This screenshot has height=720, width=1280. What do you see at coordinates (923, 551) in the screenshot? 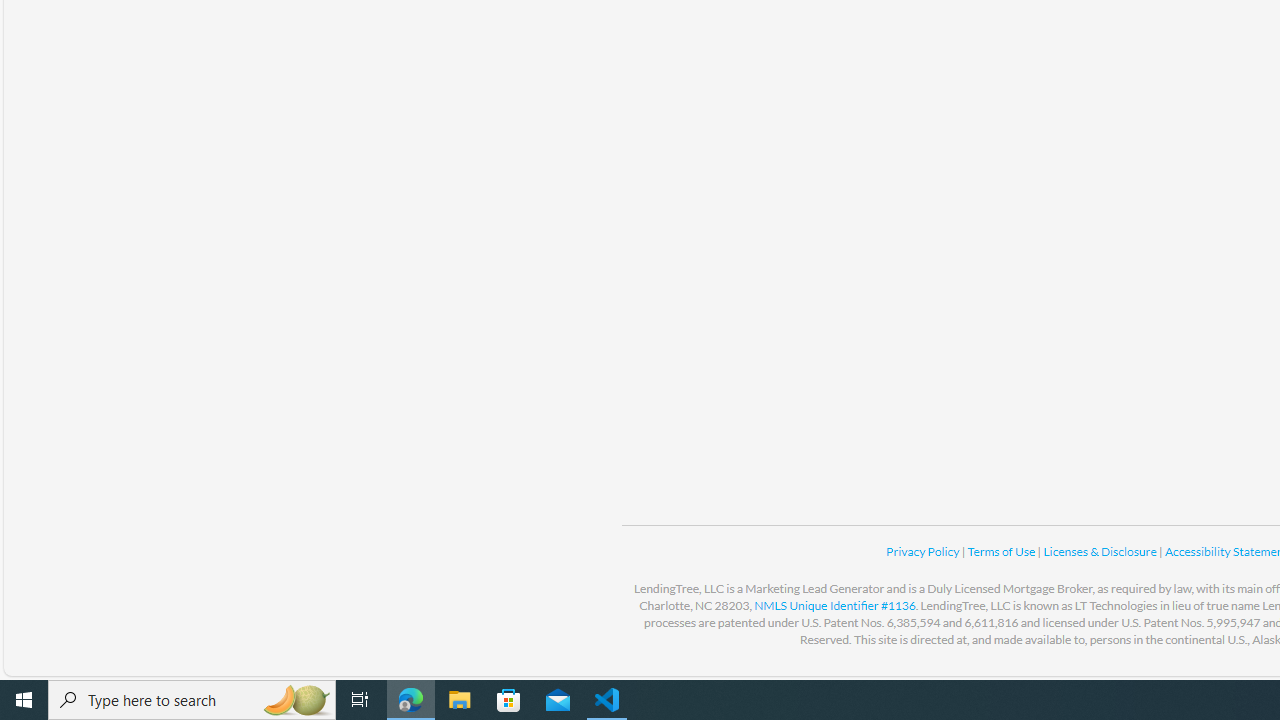
I see `'Privacy Policy '` at bounding box center [923, 551].